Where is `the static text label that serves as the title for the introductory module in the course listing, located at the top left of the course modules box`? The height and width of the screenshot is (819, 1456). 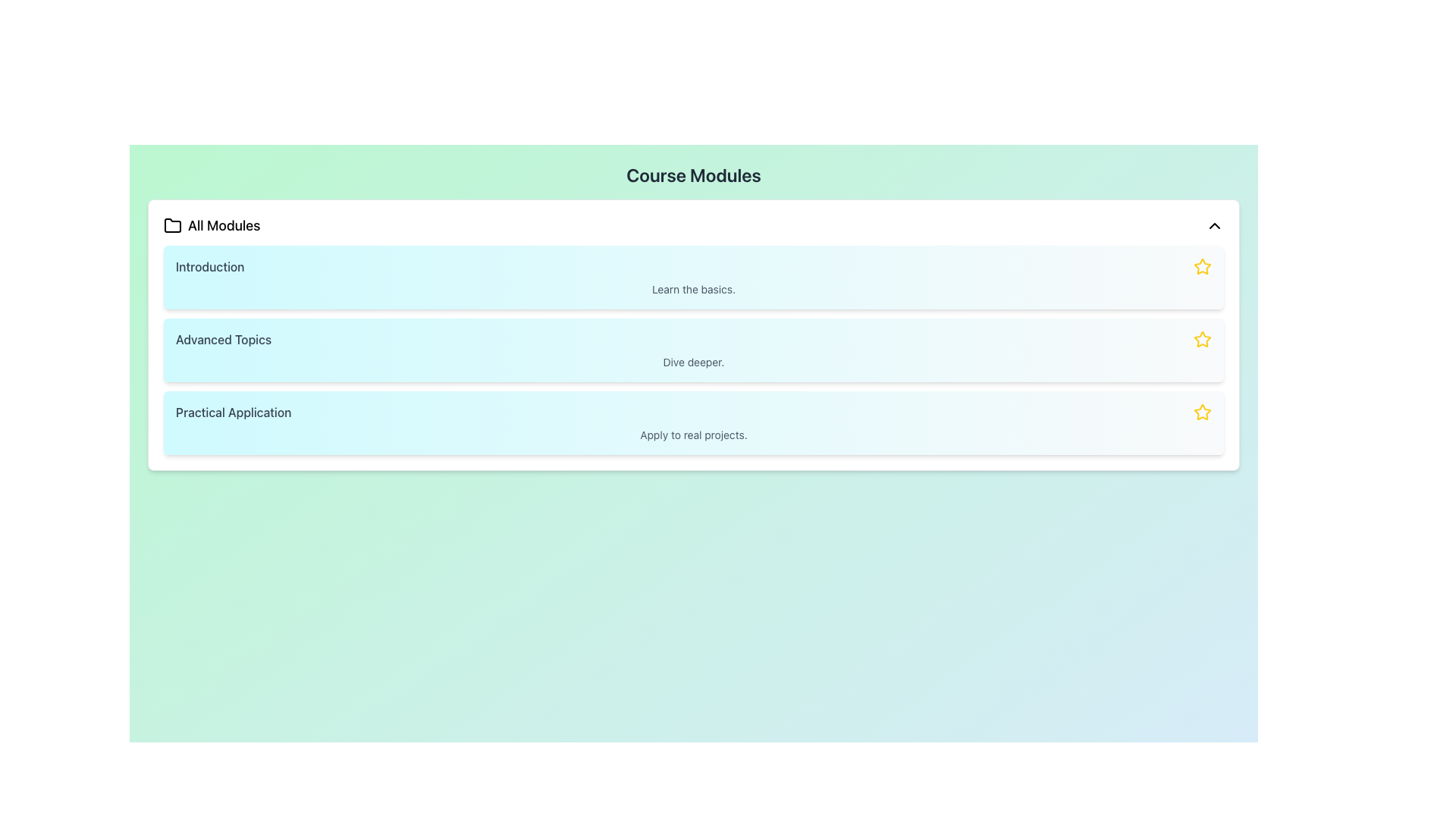
the static text label that serves as the title for the introductory module in the course listing, located at the top left of the course modules box is located at coordinates (209, 265).